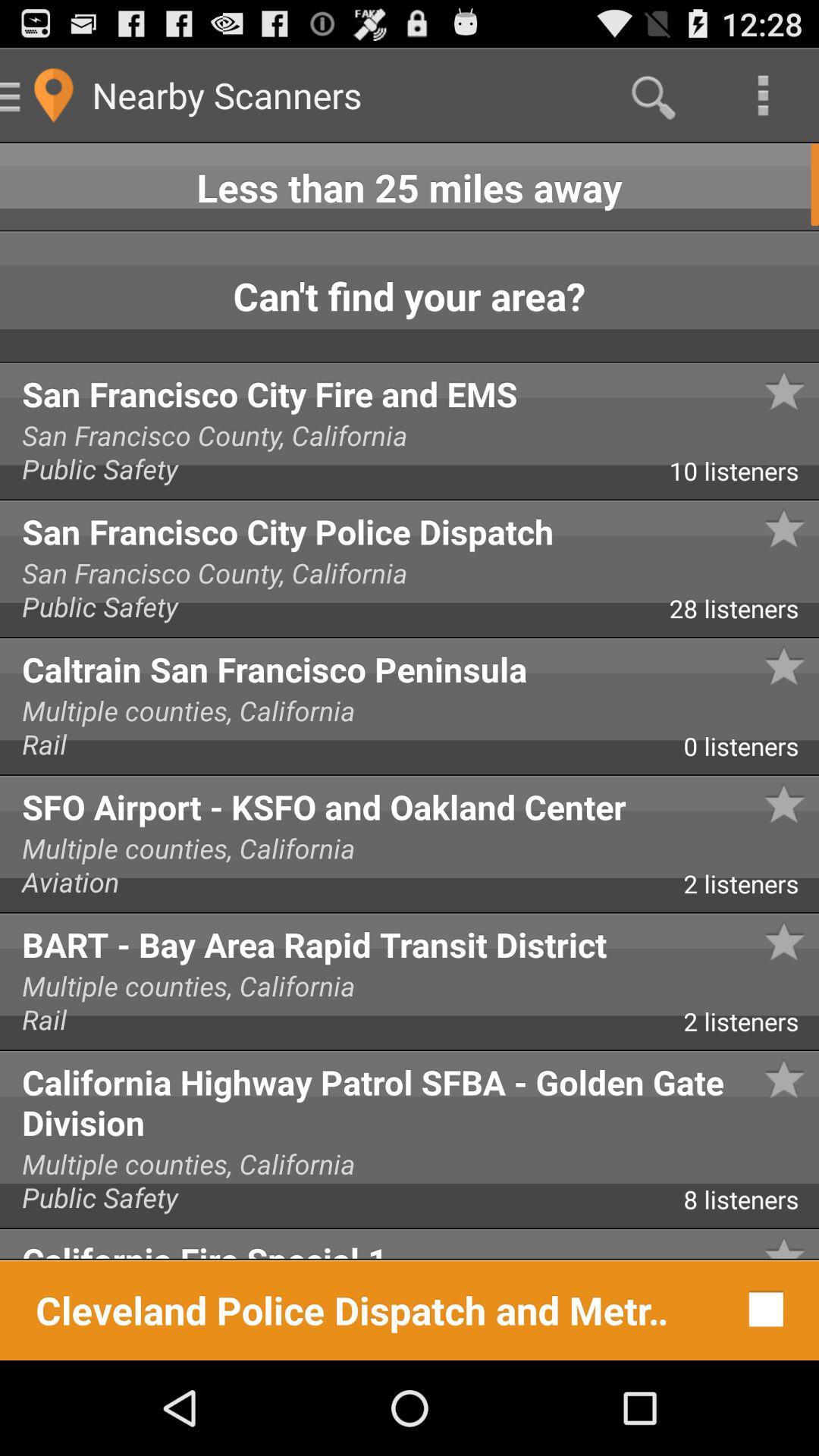 Image resolution: width=819 pixels, height=1456 pixels. Describe the element at coordinates (743, 475) in the screenshot. I see `app next to the public safety app` at that location.